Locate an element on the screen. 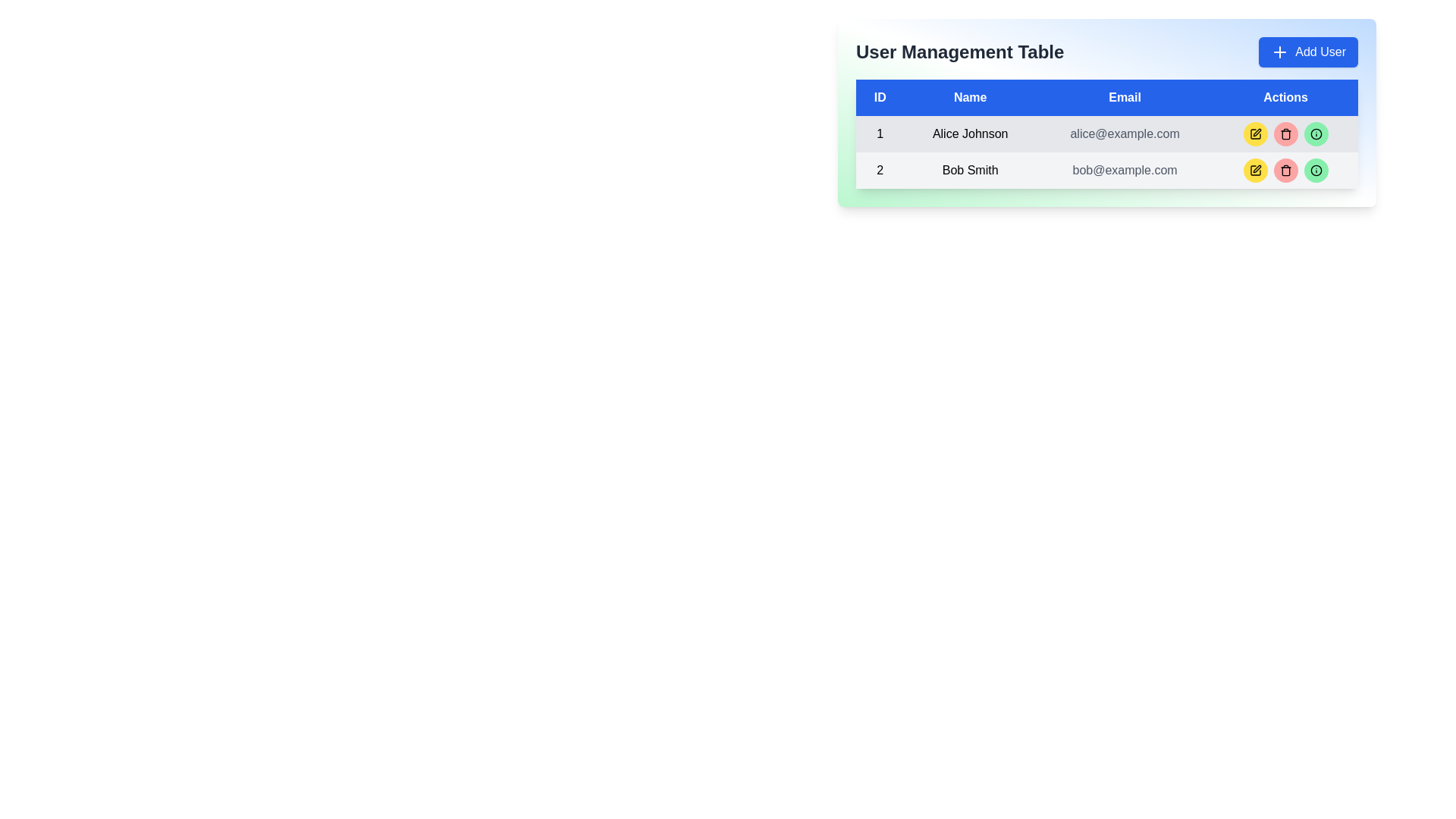  the circular green button with a white info icon located in the fourth position under the 'Actions' column is located at coordinates (1315, 133).